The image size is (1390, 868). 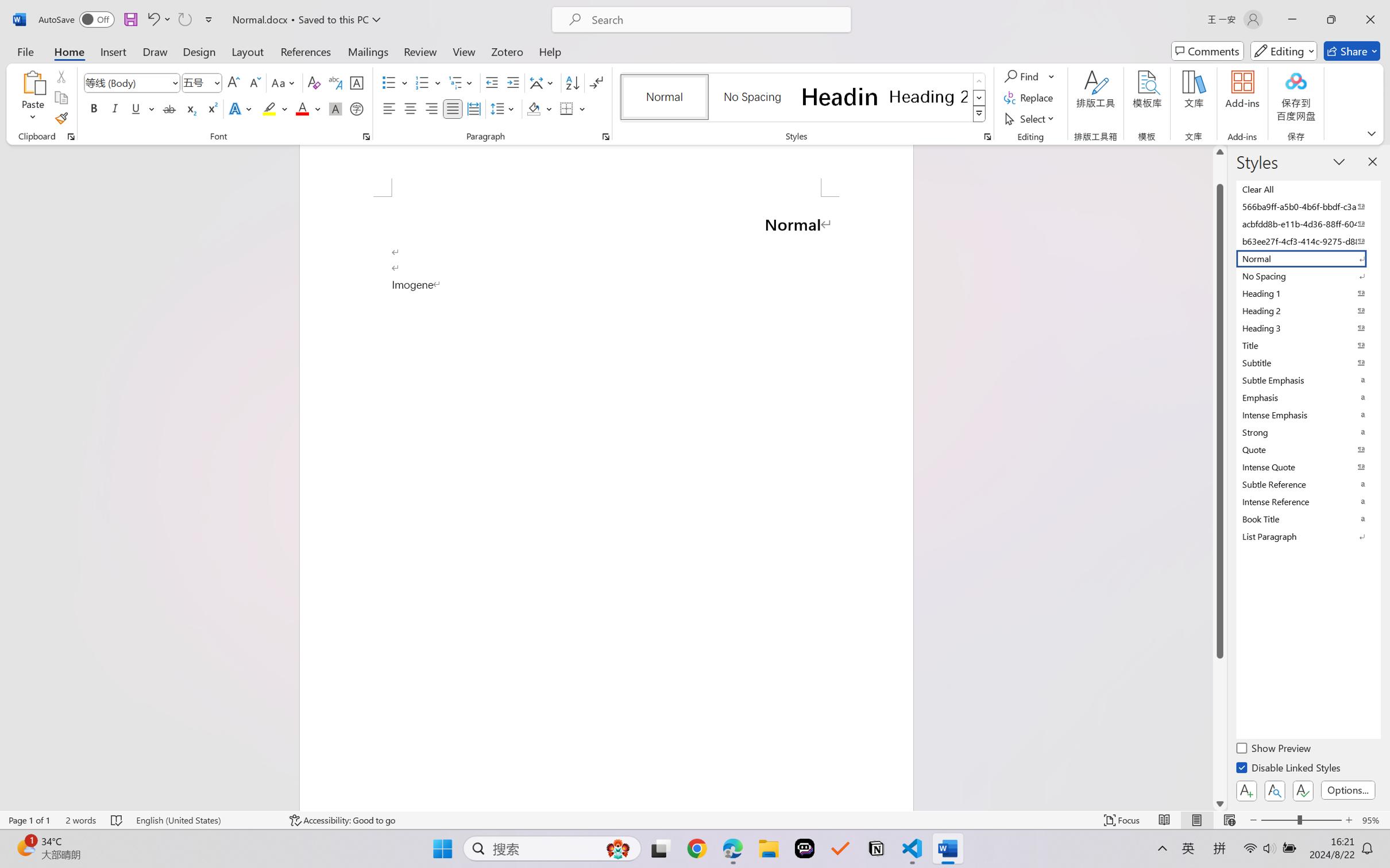 What do you see at coordinates (492, 83) in the screenshot?
I see `'Decrease Indent'` at bounding box center [492, 83].